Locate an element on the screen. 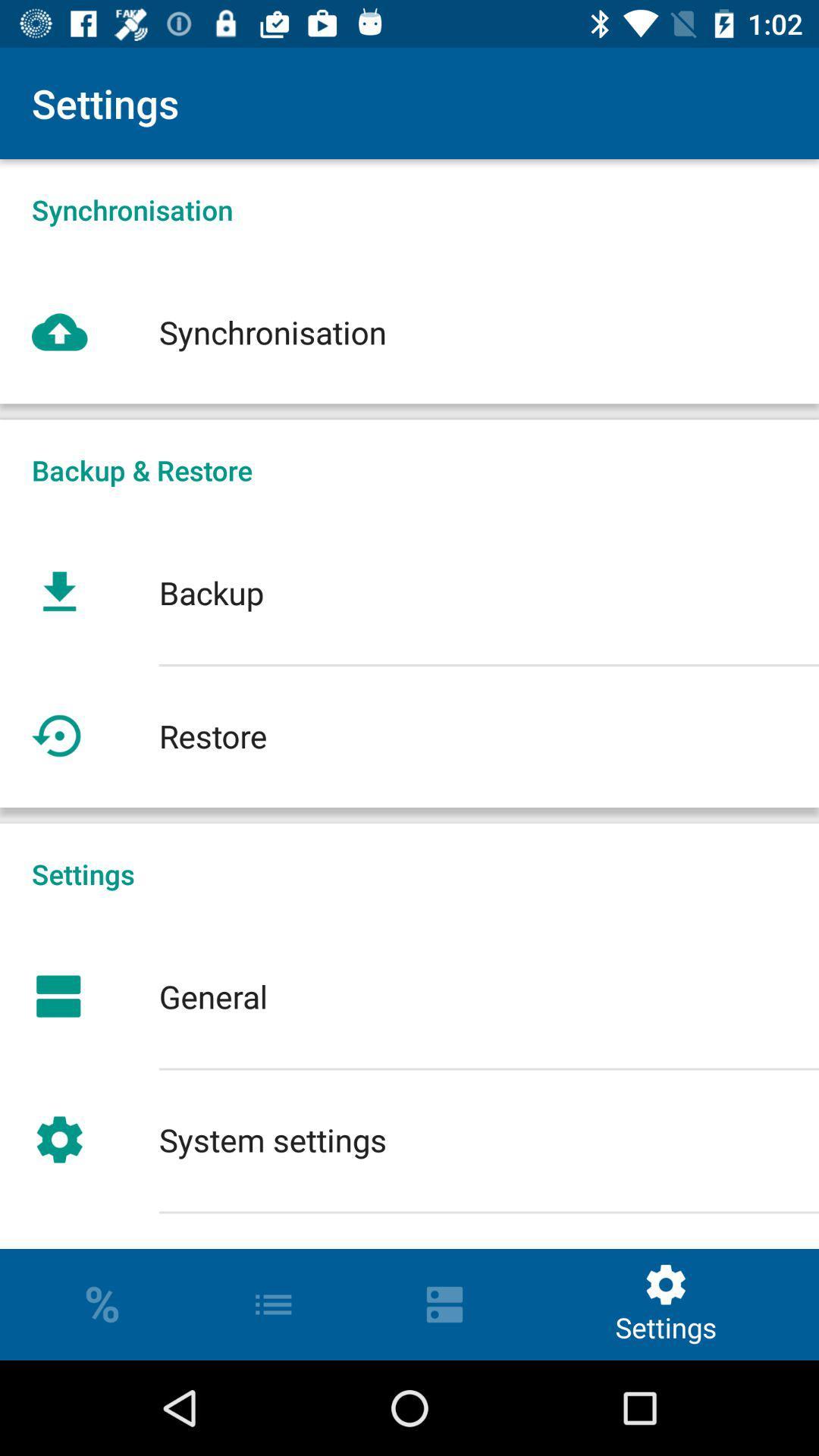 This screenshot has width=819, height=1456. item below the settings item is located at coordinates (409, 996).